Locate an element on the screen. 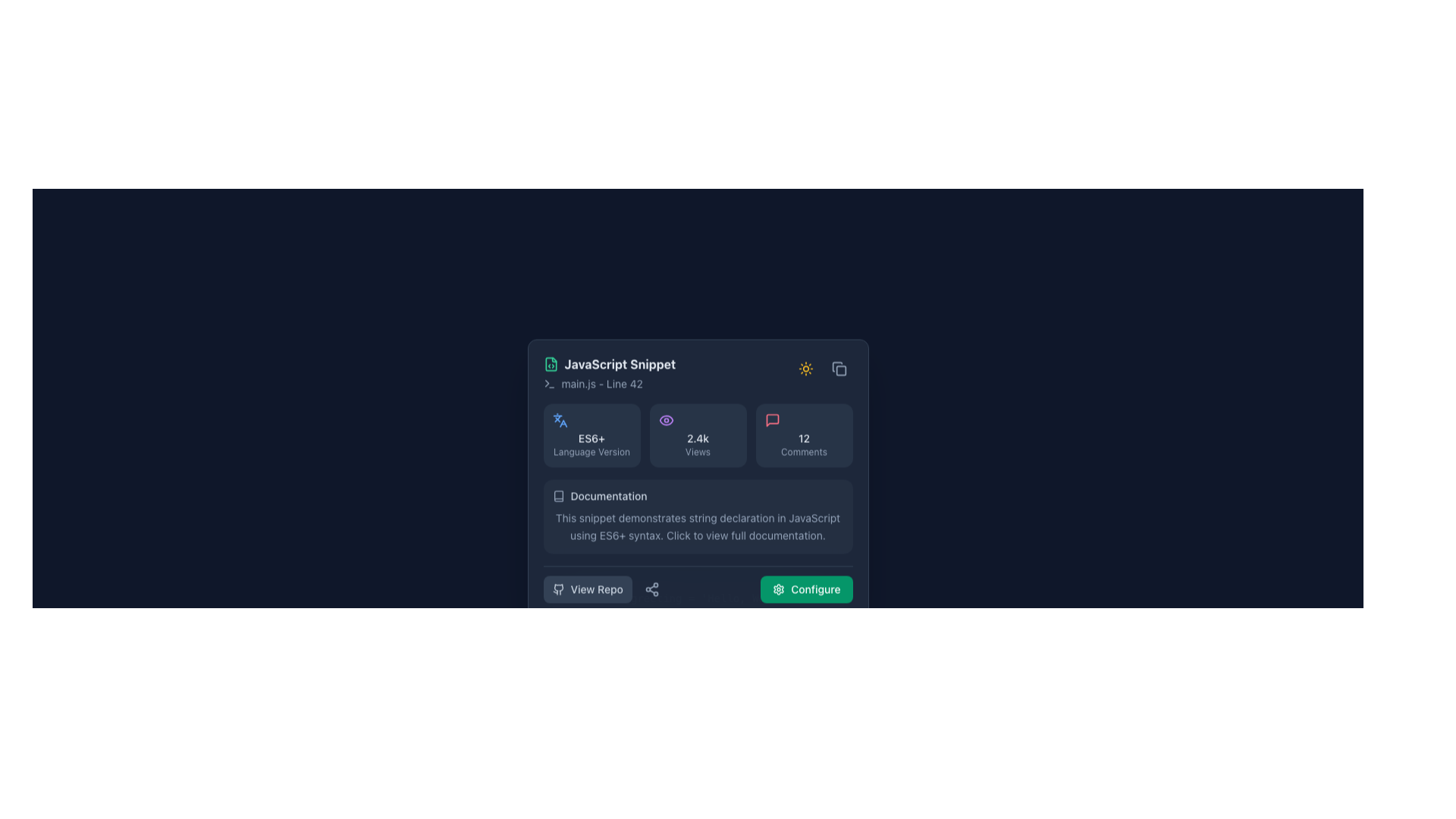 This screenshot has width=1456, height=819. the visual representation of the 'Documentation' icon, which is located in the middle section of the interface, slightly towards the left, alongside the label 'Documentation' is located at coordinates (557, 496).